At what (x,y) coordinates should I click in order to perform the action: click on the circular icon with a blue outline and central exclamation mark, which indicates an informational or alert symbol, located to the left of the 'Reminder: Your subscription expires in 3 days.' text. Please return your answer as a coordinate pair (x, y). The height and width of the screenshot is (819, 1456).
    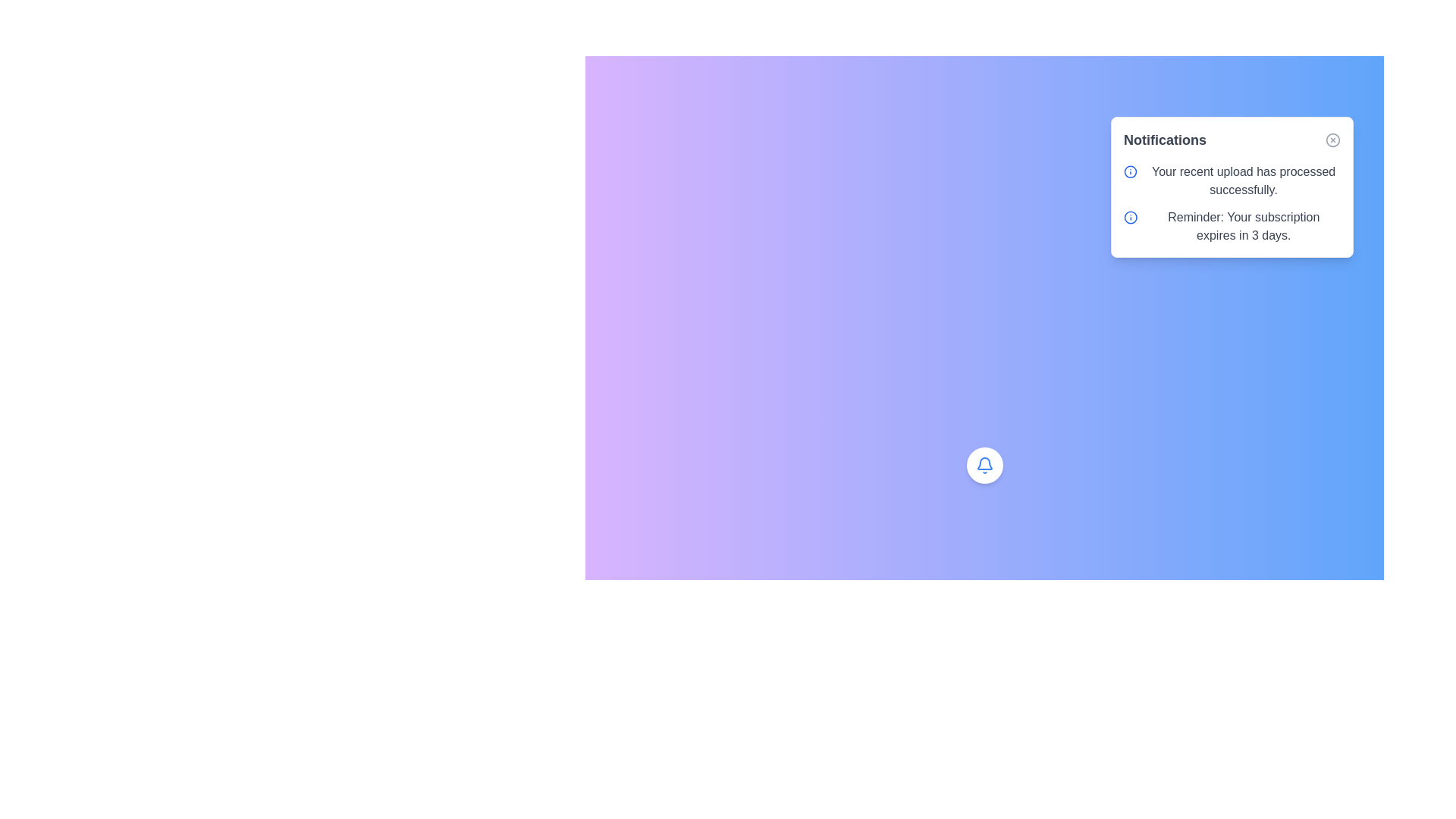
    Looking at the image, I should click on (1131, 217).